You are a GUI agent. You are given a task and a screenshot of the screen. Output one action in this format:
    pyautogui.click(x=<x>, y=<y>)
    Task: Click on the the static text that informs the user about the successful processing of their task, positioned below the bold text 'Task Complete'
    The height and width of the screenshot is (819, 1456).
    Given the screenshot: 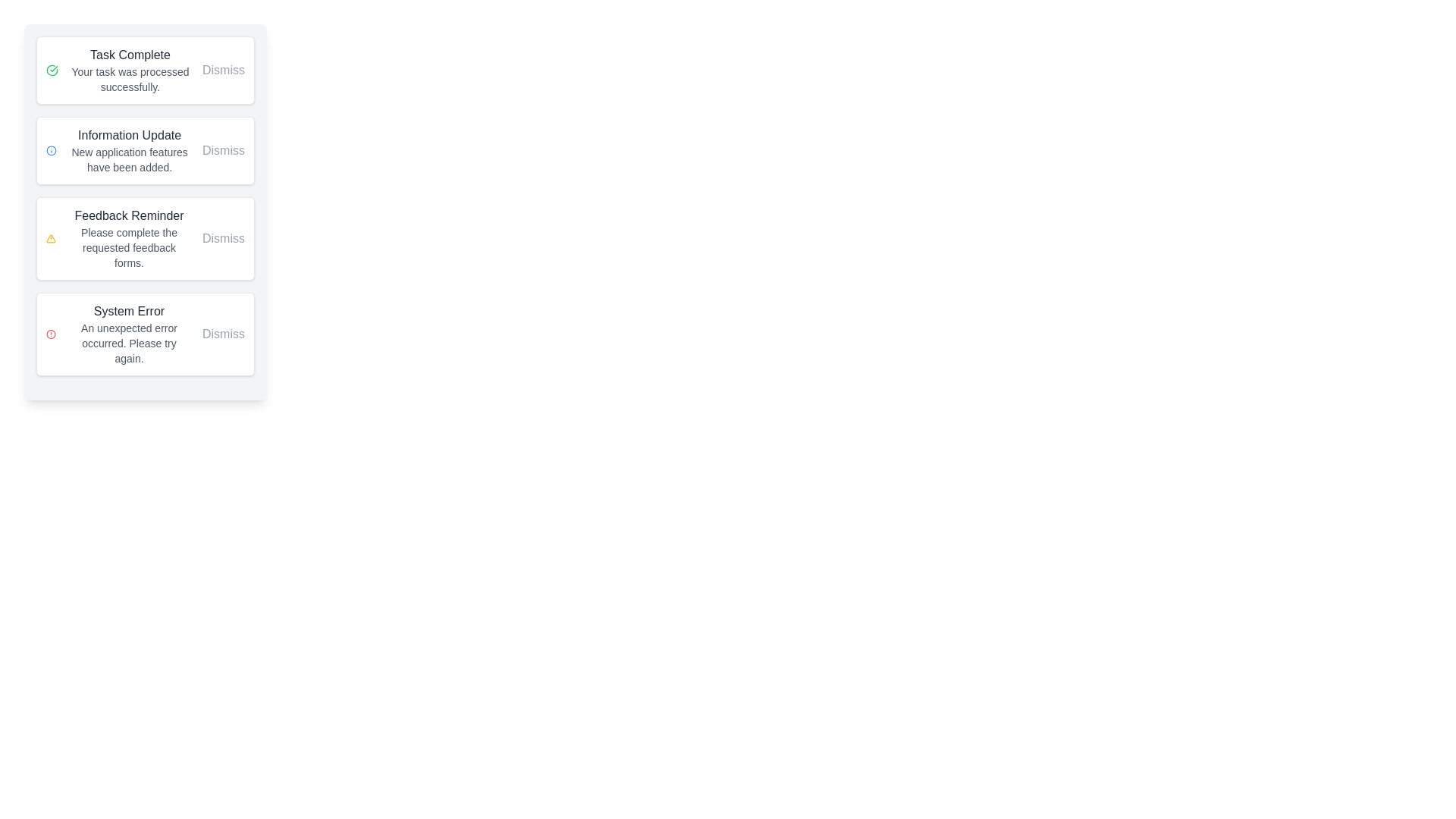 What is the action you would take?
    pyautogui.click(x=130, y=79)
    